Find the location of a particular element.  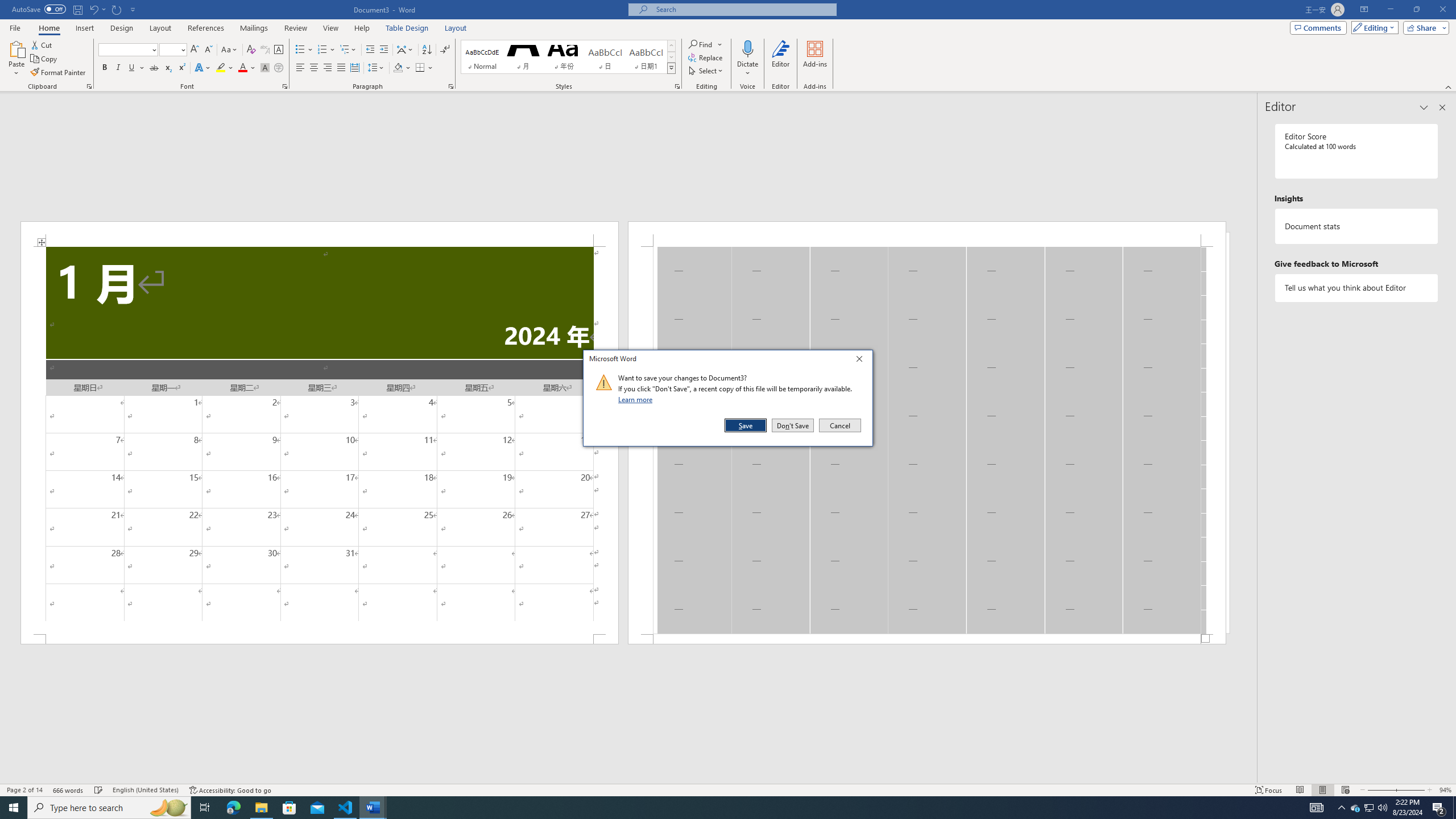

'Dictate' is located at coordinates (747, 48).